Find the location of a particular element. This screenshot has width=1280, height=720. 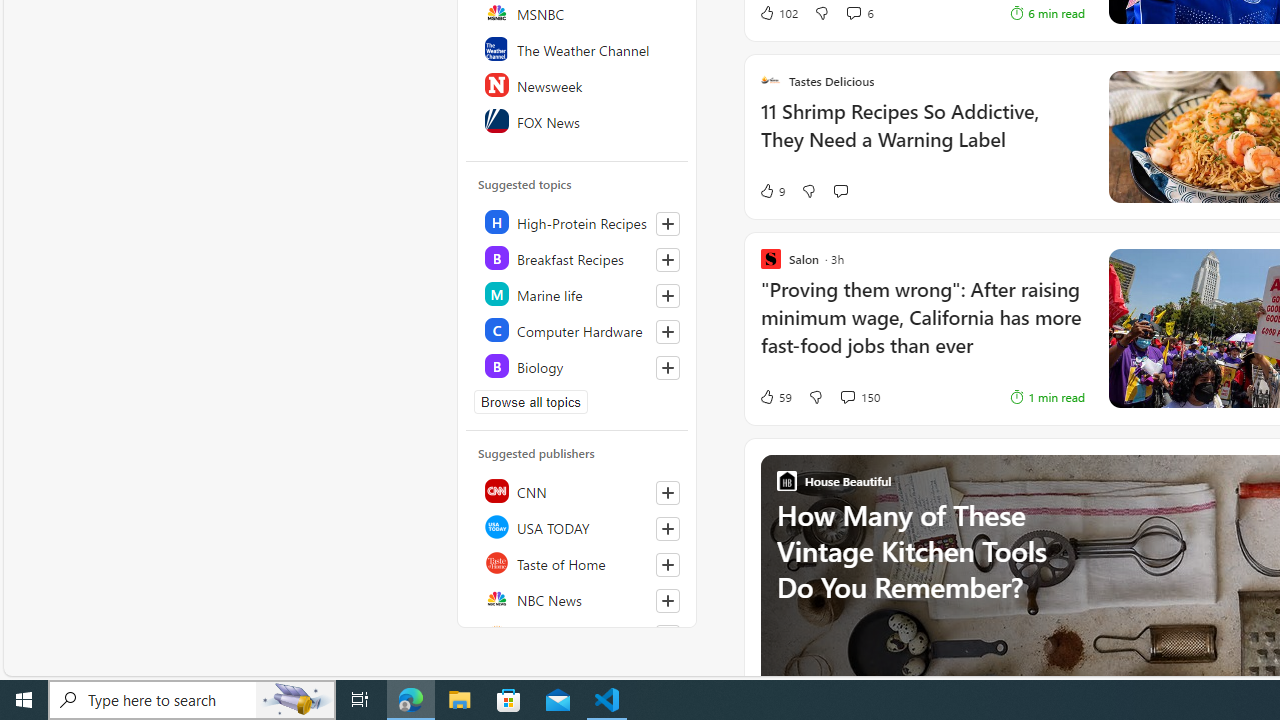

'View comments 150 Comment' is located at coordinates (859, 397).